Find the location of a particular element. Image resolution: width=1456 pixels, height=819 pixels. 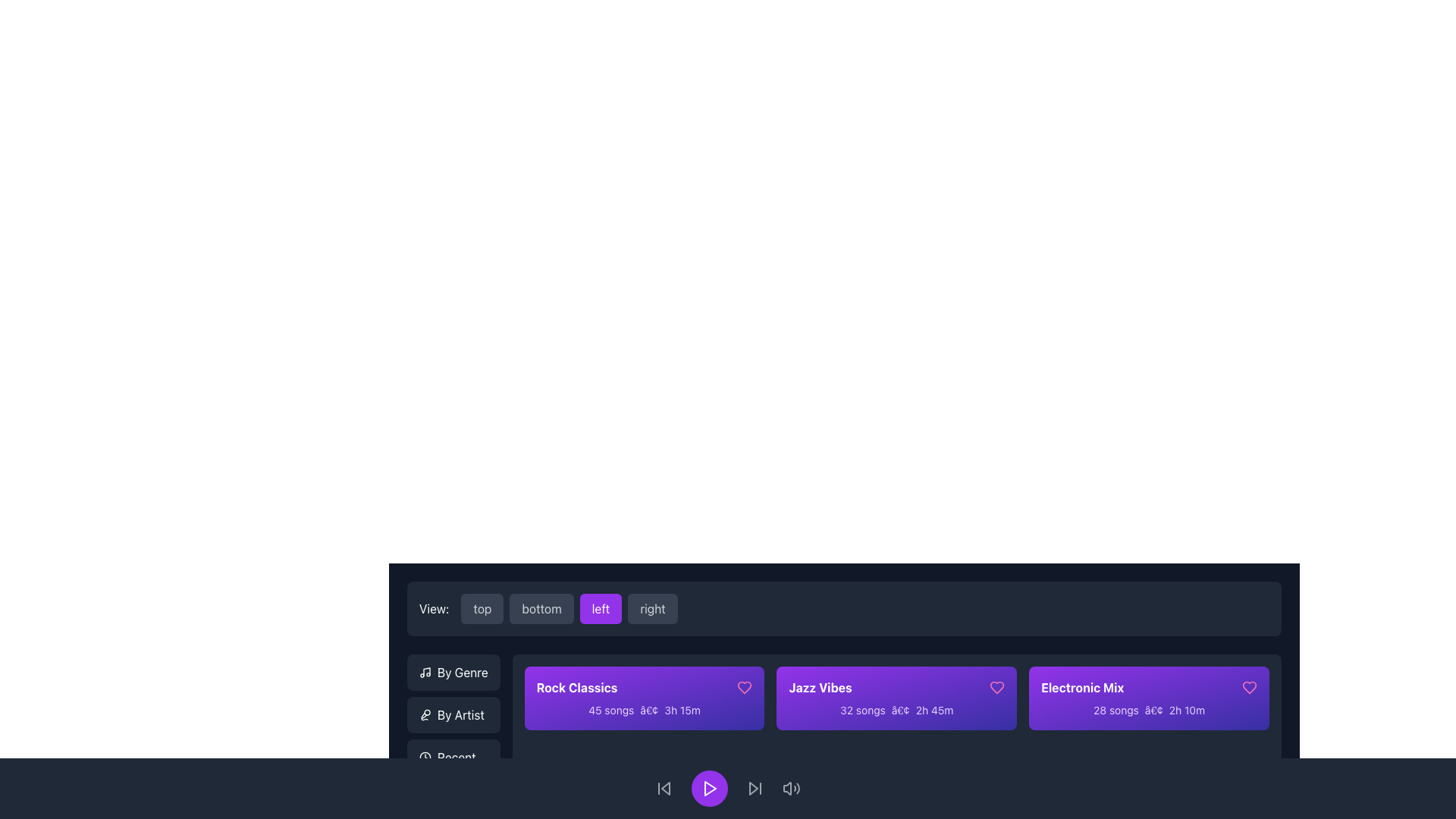

text displayed in the 'Jazz Vibes' playlist information block, which shows the number of songs included in the playlist is located at coordinates (862, 710).